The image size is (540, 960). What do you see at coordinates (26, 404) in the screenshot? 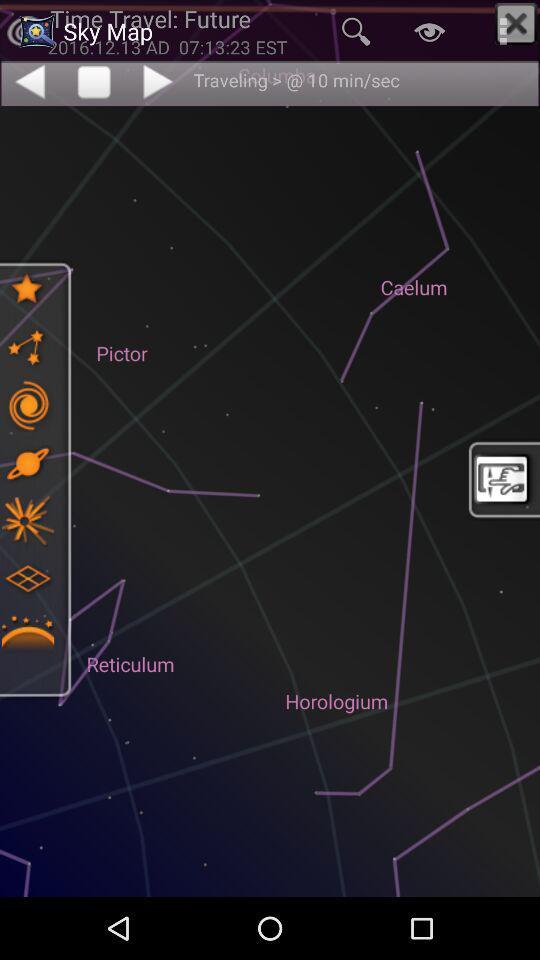
I see `the sliders icon` at bounding box center [26, 404].